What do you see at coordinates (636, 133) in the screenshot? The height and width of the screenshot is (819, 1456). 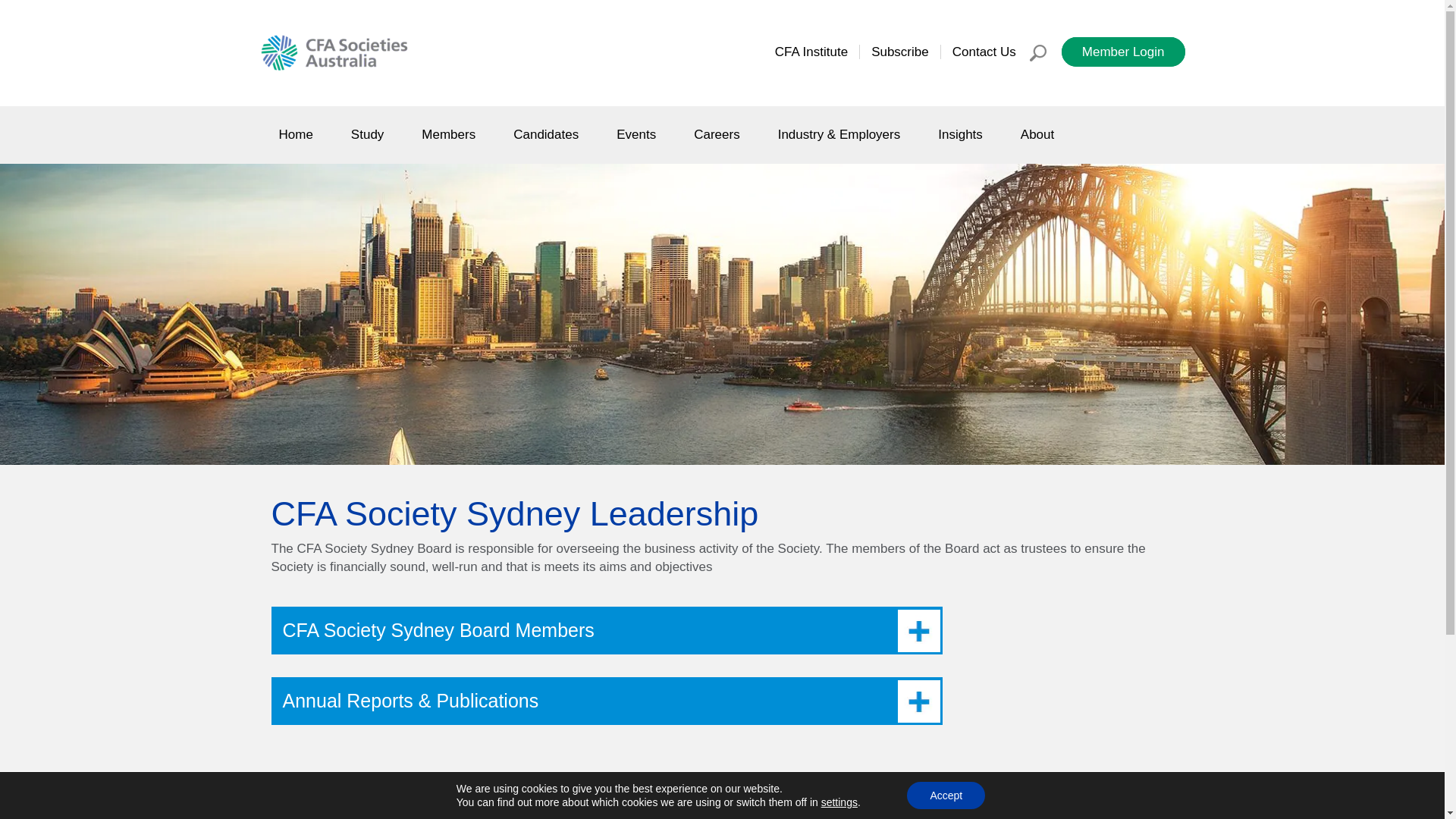 I see `'Events'` at bounding box center [636, 133].